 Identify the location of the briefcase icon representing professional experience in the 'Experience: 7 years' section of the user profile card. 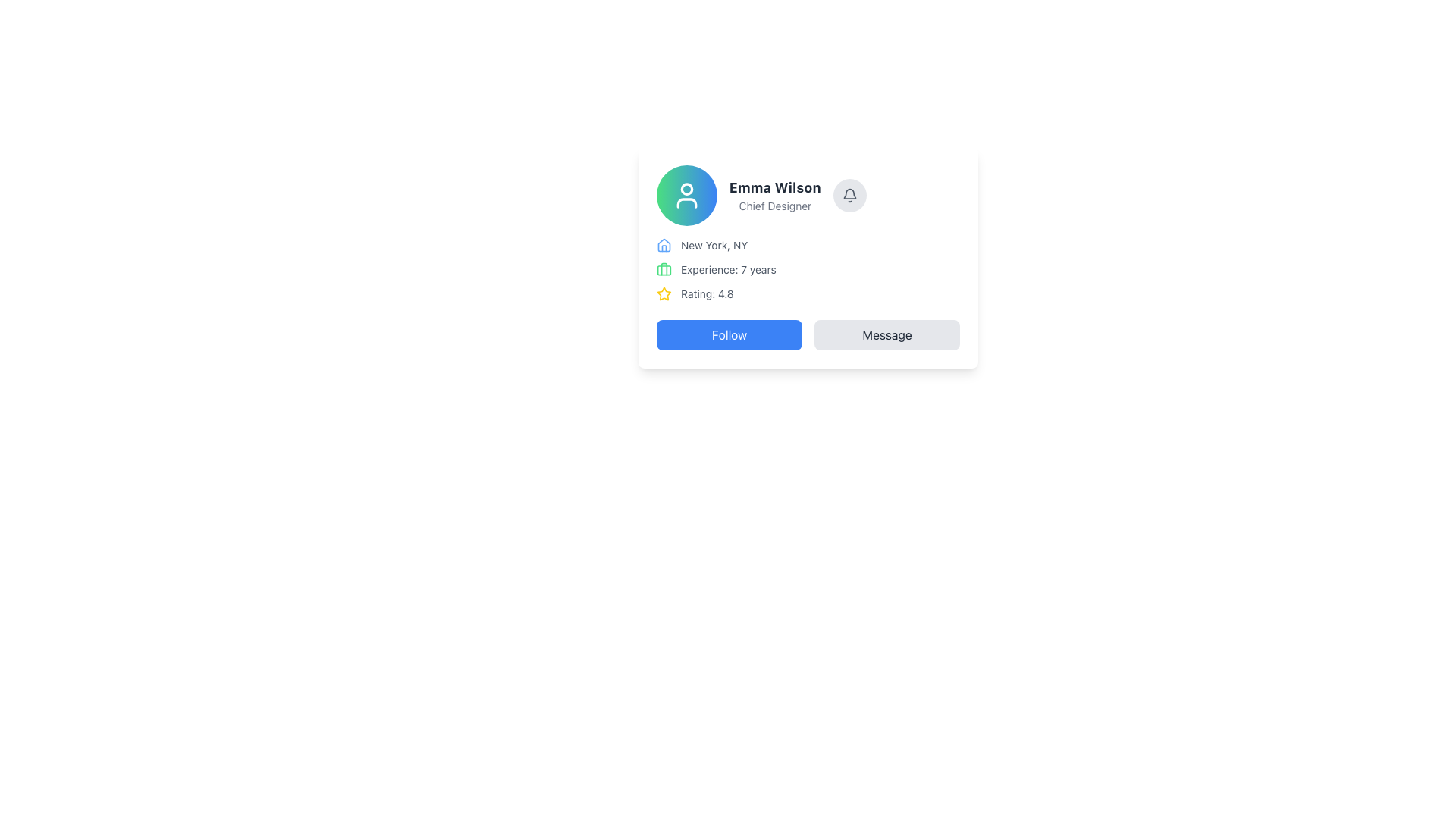
(664, 268).